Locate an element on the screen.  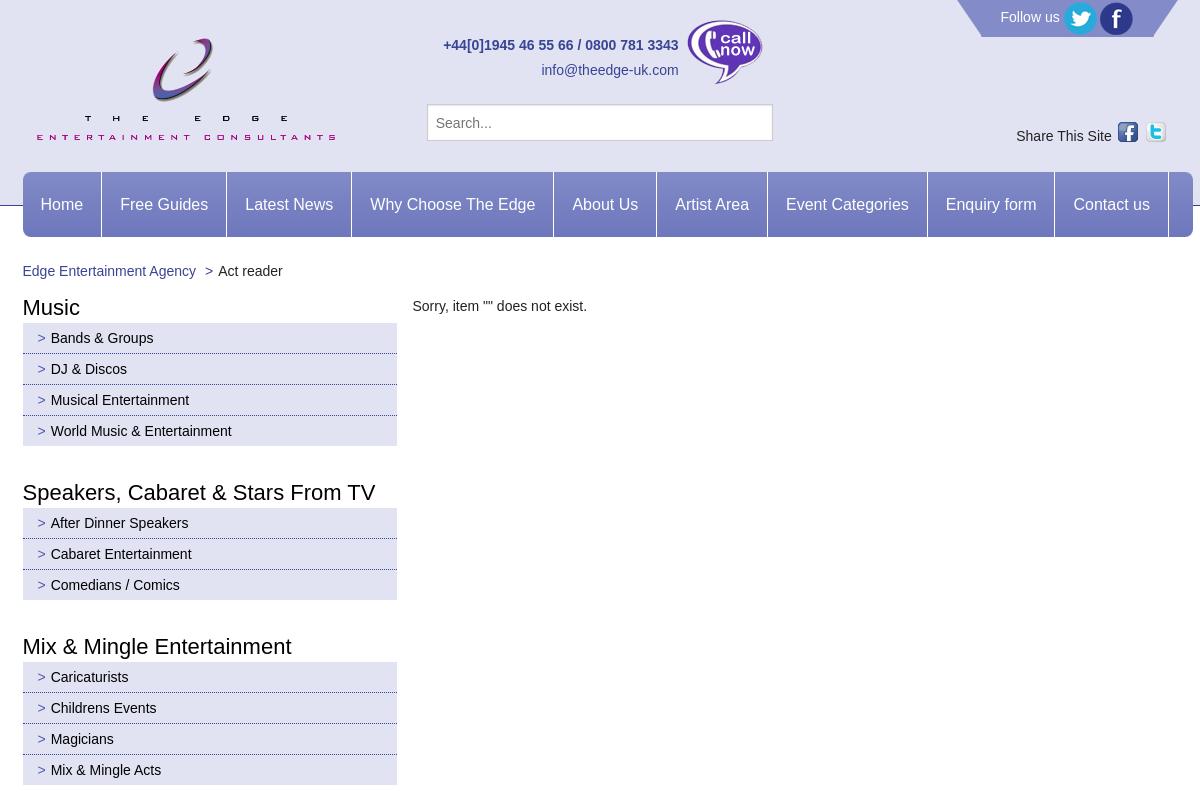
'Childrens Events' is located at coordinates (102, 706).